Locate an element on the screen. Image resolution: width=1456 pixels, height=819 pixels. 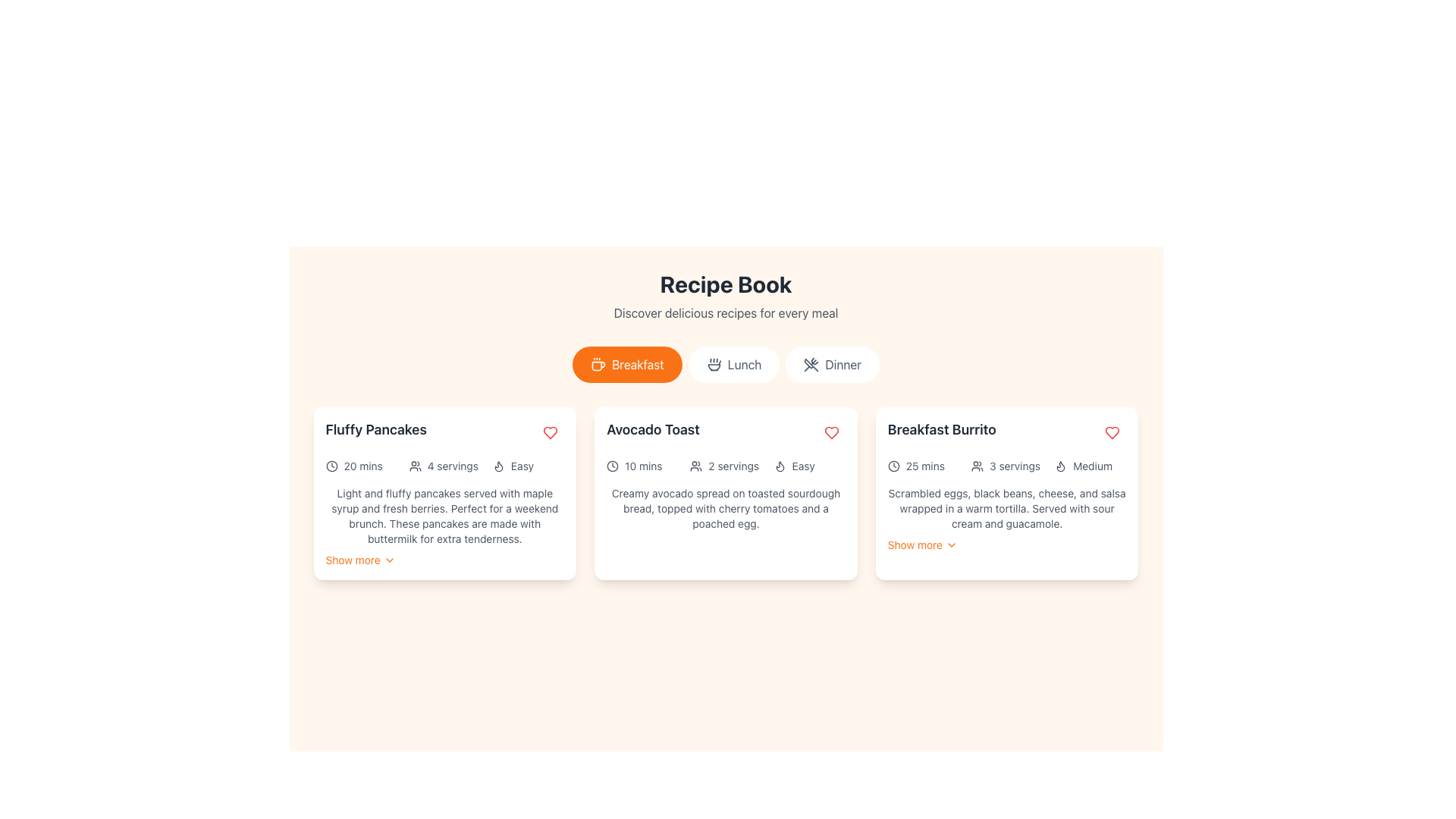
the text label displaying 'Avocado Toast', which is a large, bold, dark gray title positioned in the center card of a group of cards is located at coordinates (653, 430).